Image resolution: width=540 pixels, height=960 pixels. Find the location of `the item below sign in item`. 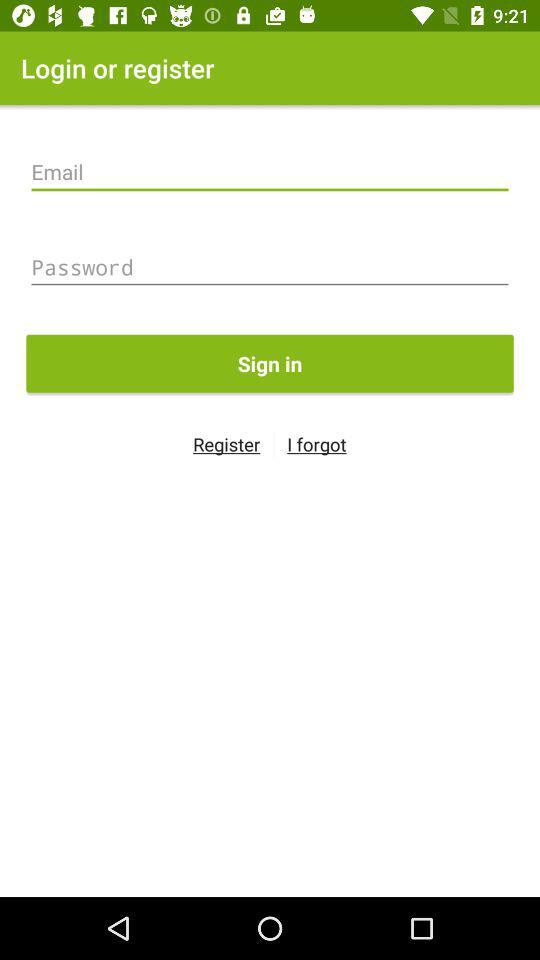

the item below sign in item is located at coordinates (316, 444).